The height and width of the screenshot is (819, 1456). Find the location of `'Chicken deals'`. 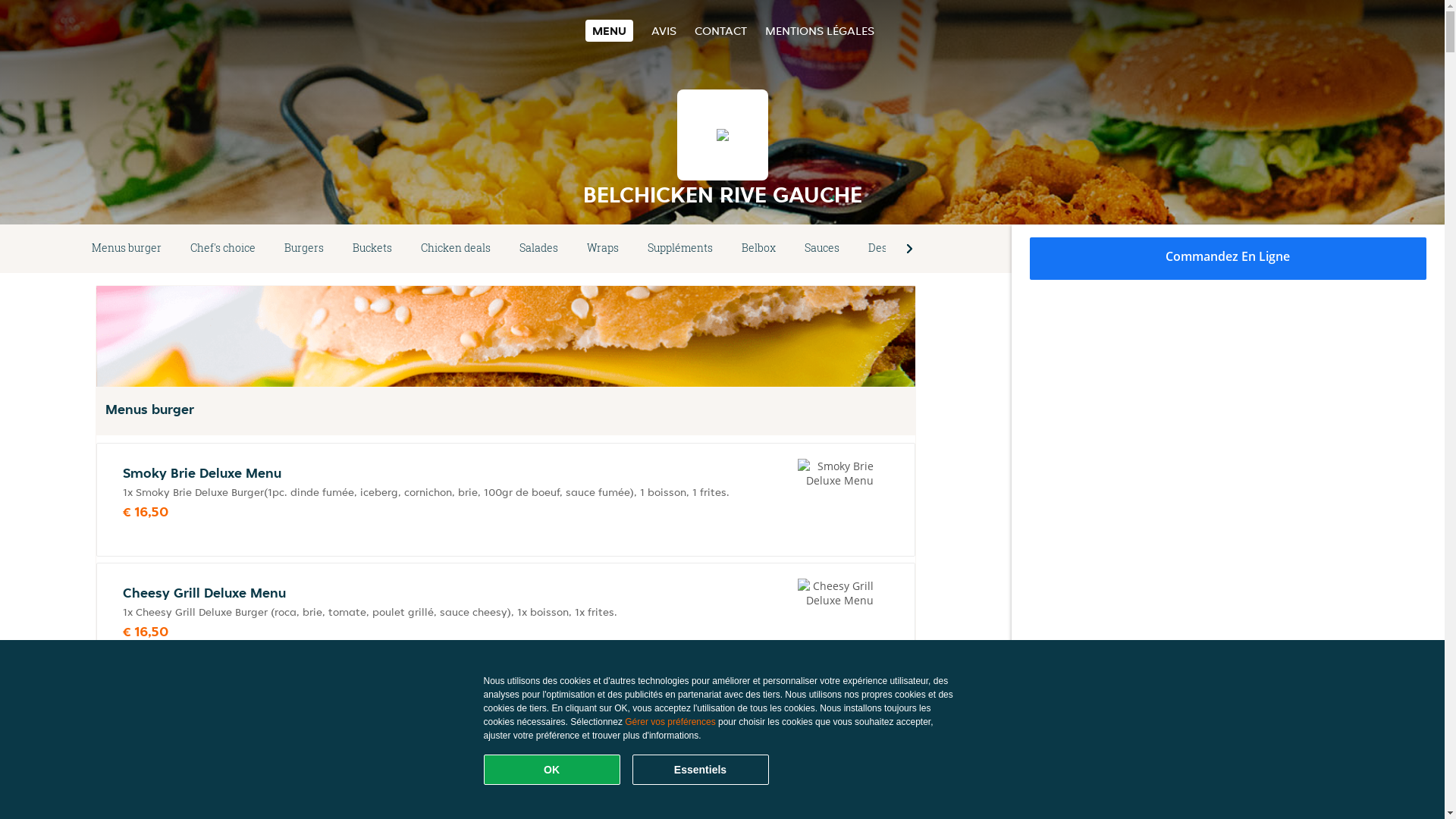

'Chicken deals' is located at coordinates (454, 247).